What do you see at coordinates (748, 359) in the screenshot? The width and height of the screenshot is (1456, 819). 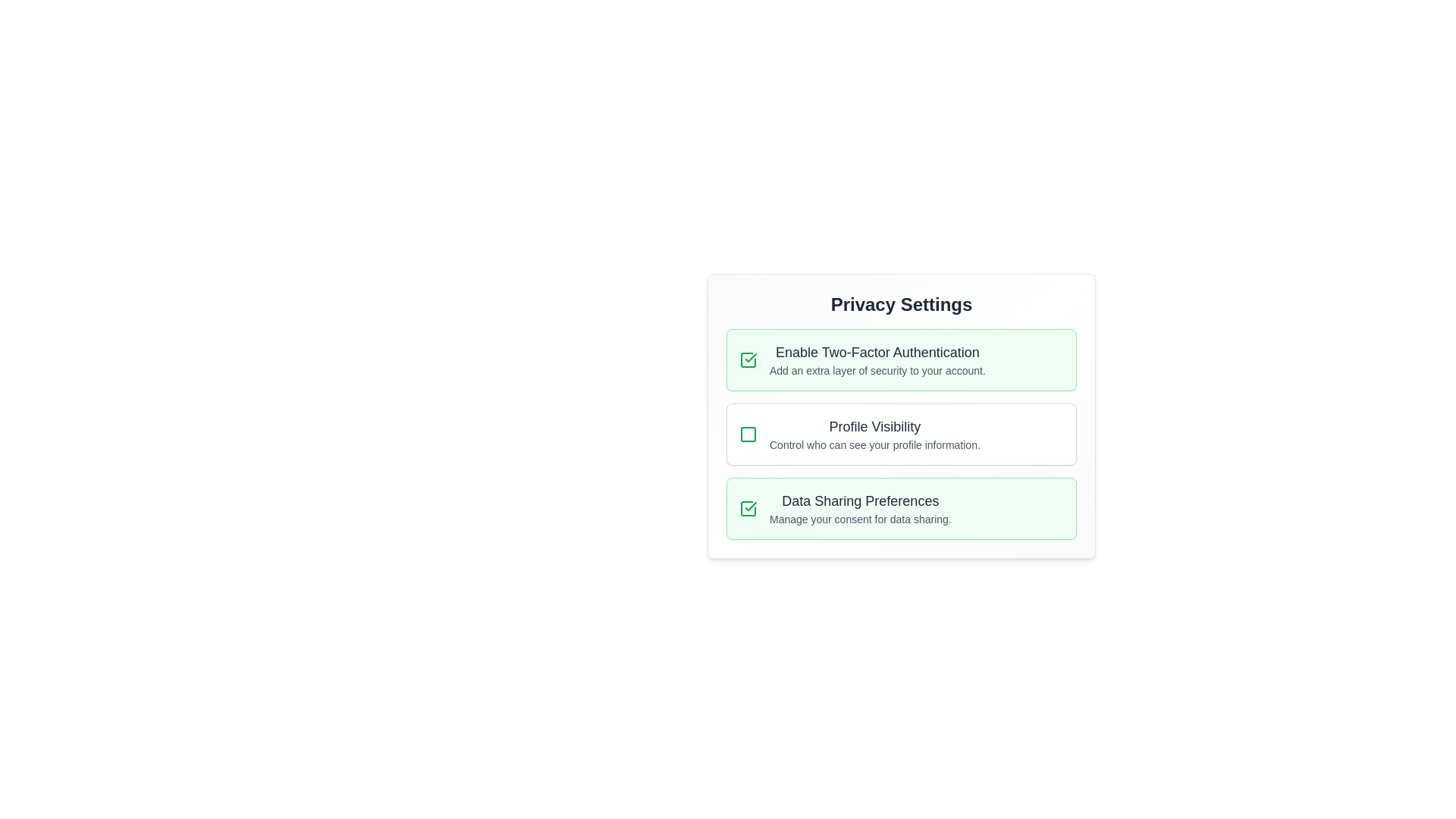 I see `the green checkmark icon within the square outline to deselect the 'Enable Two-Factor Authentication' checkbox` at bounding box center [748, 359].